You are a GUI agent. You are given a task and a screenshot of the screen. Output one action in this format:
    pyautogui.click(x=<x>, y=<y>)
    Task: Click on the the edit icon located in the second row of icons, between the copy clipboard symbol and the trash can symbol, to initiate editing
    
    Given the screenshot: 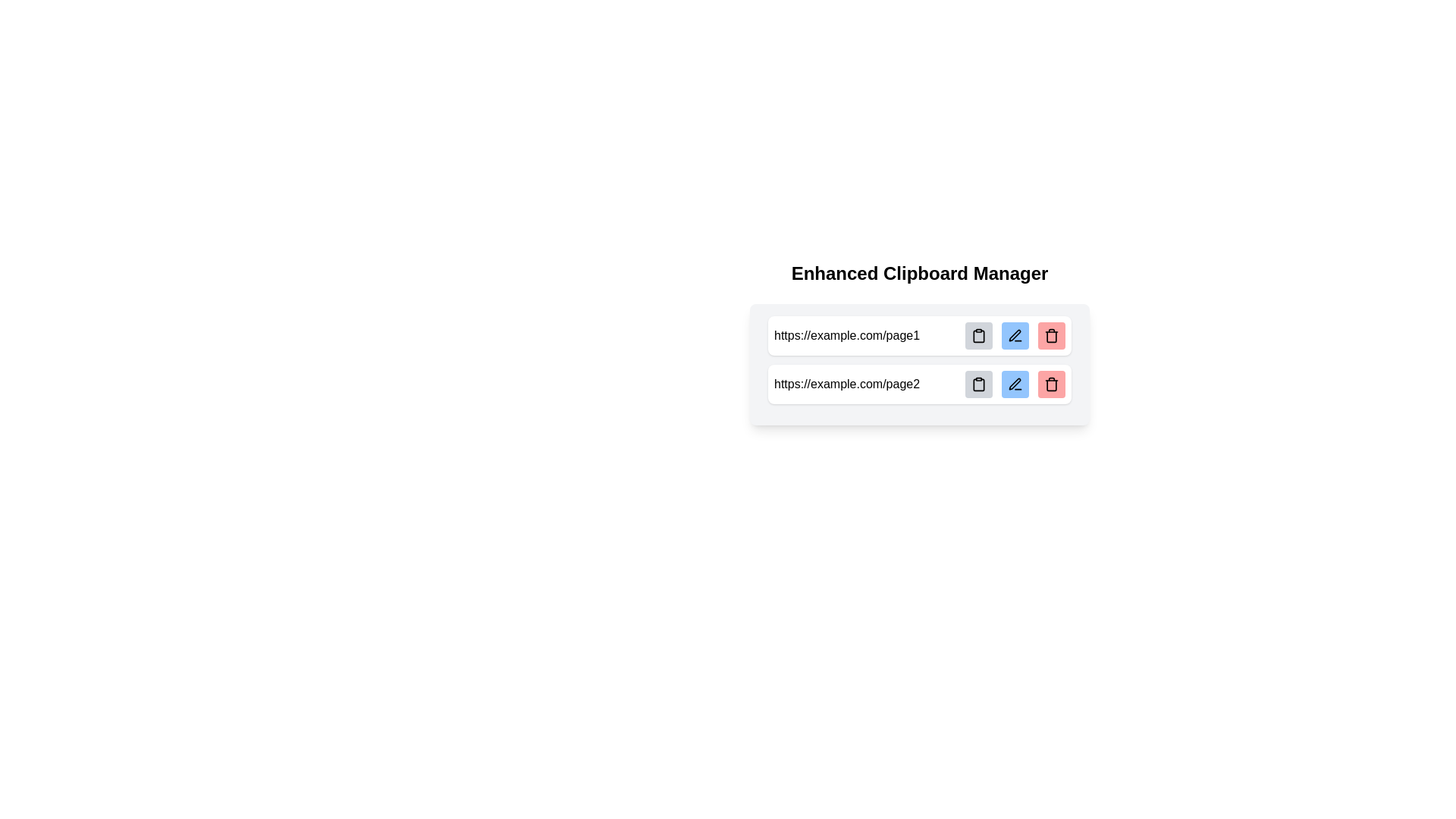 What is the action you would take?
    pyautogui.click(x=1015, y=334)
    